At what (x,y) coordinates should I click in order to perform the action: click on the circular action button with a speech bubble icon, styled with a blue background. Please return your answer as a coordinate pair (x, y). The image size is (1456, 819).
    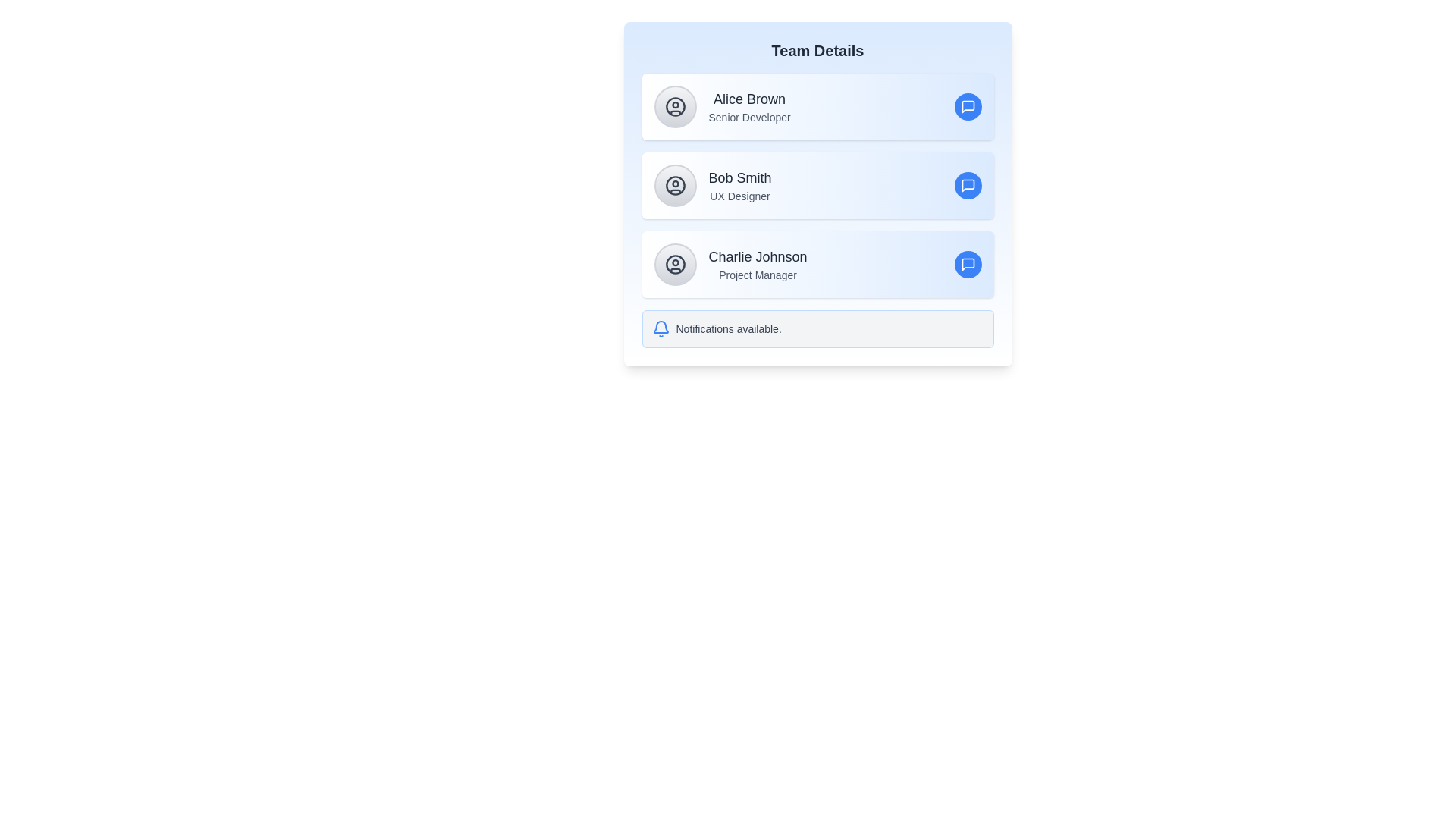
    Looking at the image, I should click on (967, 106).